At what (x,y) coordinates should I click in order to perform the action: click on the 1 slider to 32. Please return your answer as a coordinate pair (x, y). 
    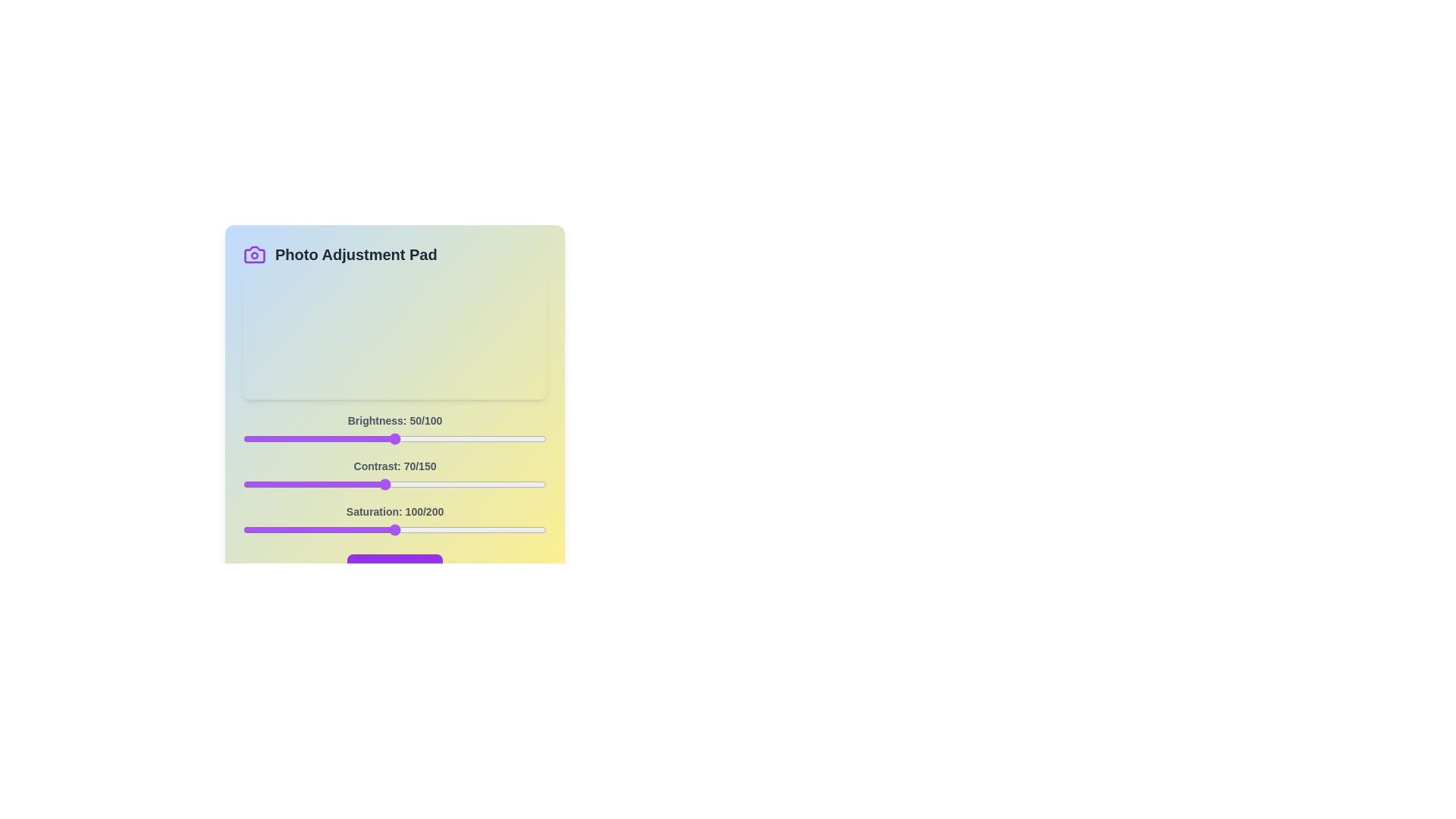
    Looking at the image, I should click on (307, 485).